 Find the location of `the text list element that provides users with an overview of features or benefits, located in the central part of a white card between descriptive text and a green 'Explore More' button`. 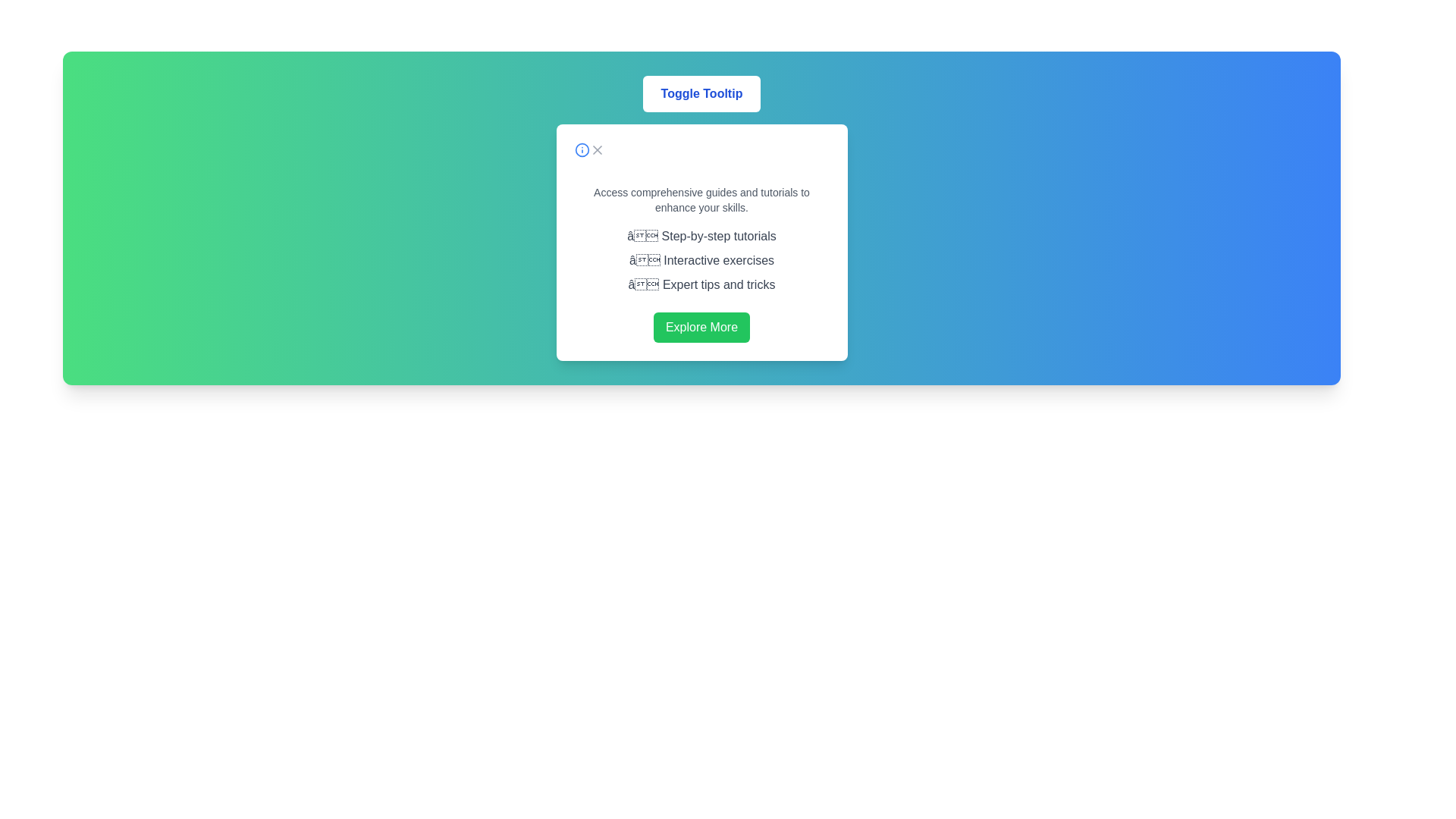

the text list element that provides users with an overview of features or benefits, located in the central part of a white card between descriptive text and a green 'Explore More' button is located at coordinates (701, 259).